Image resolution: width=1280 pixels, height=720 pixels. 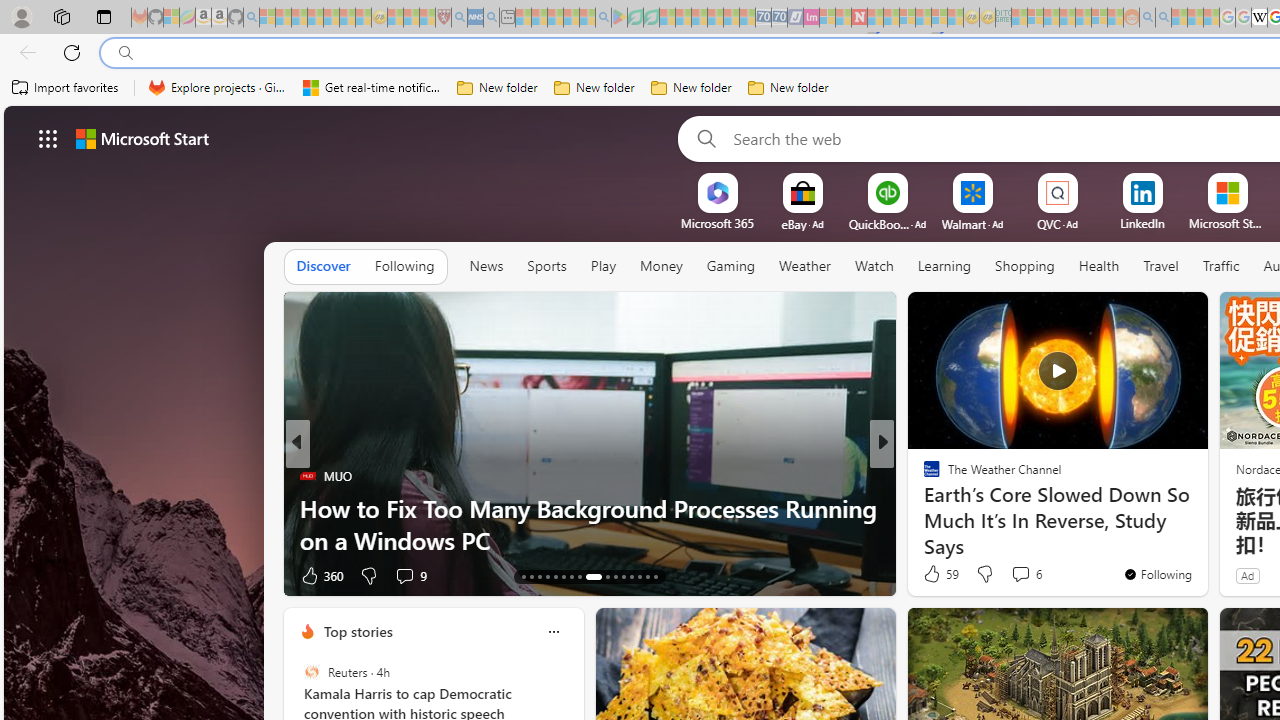 I want to click on 'Money', so click(x=661, y=266).